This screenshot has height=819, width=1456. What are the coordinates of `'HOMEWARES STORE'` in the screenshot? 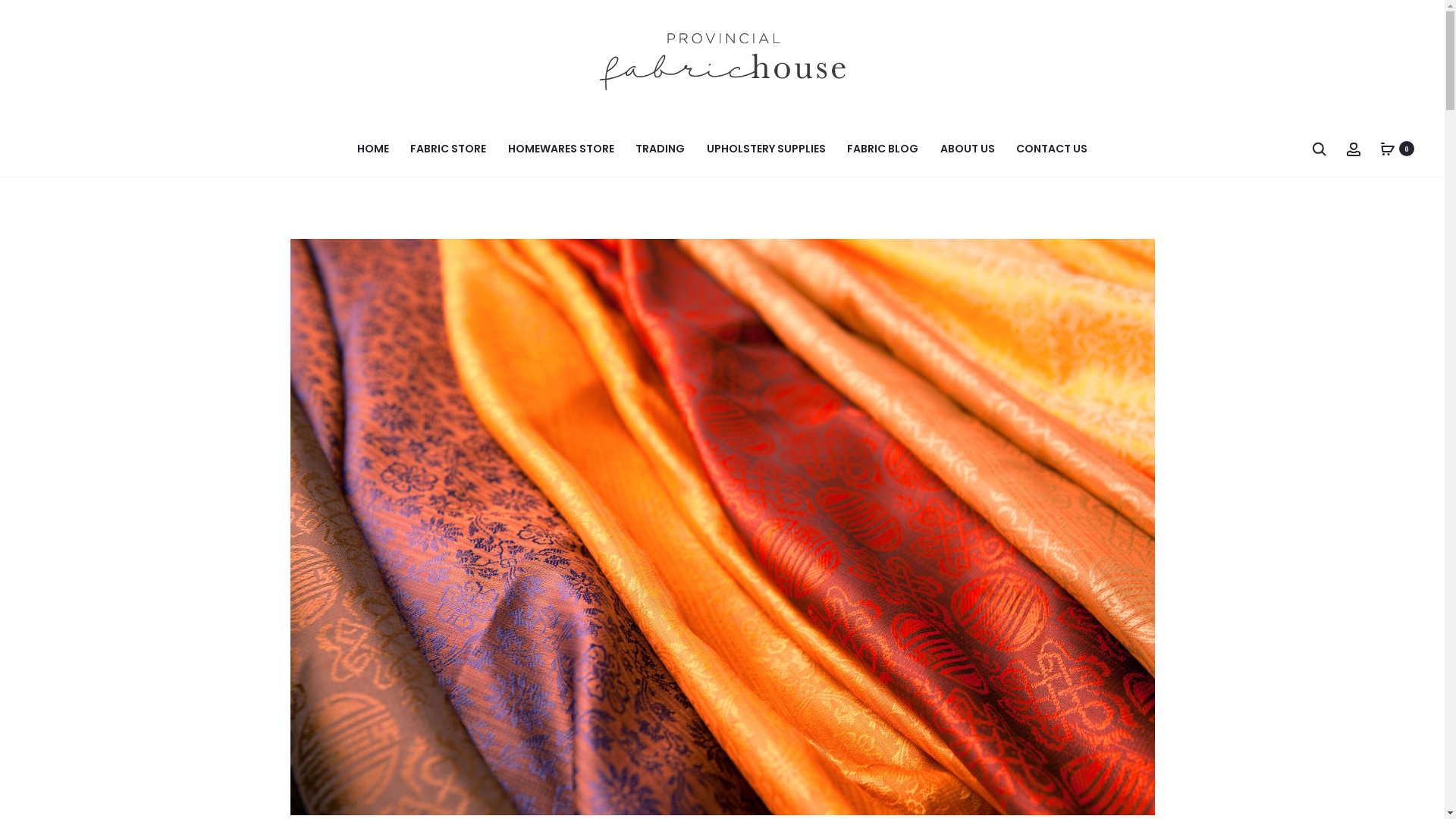 It's located at (560, 149).